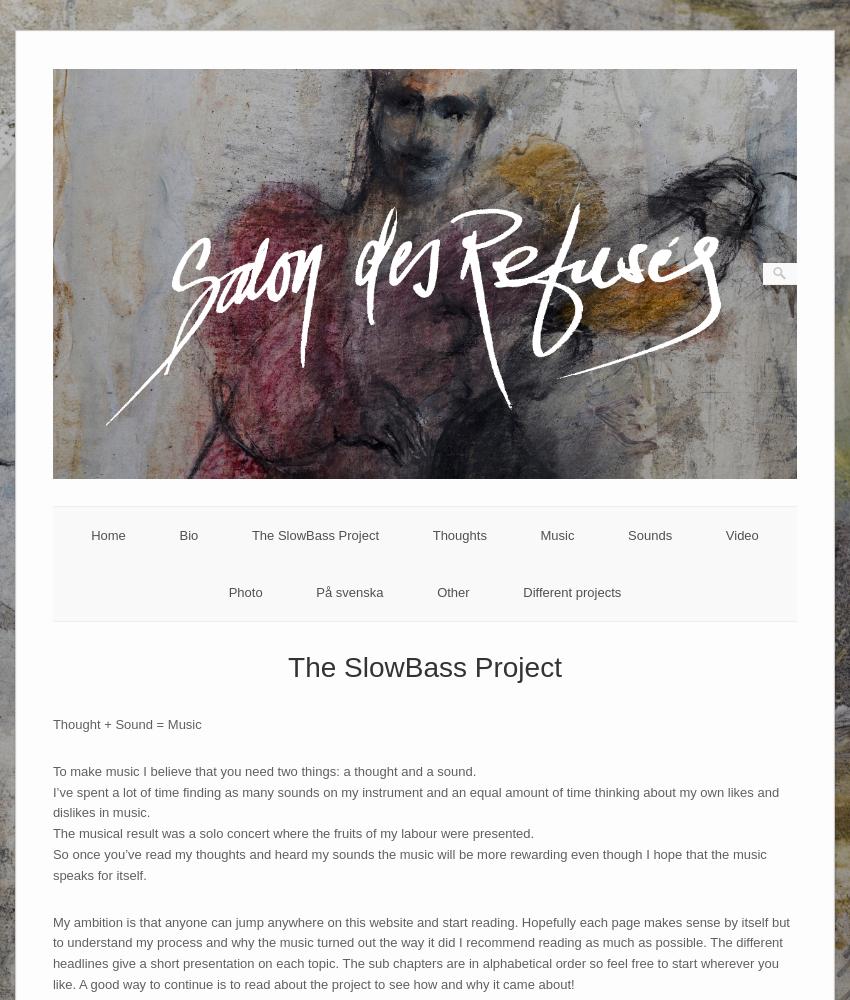  What do you see at coordinates (458, 610) in the screenshot?
I see `'From background to spotlight'` at bounding box center [458, 610].